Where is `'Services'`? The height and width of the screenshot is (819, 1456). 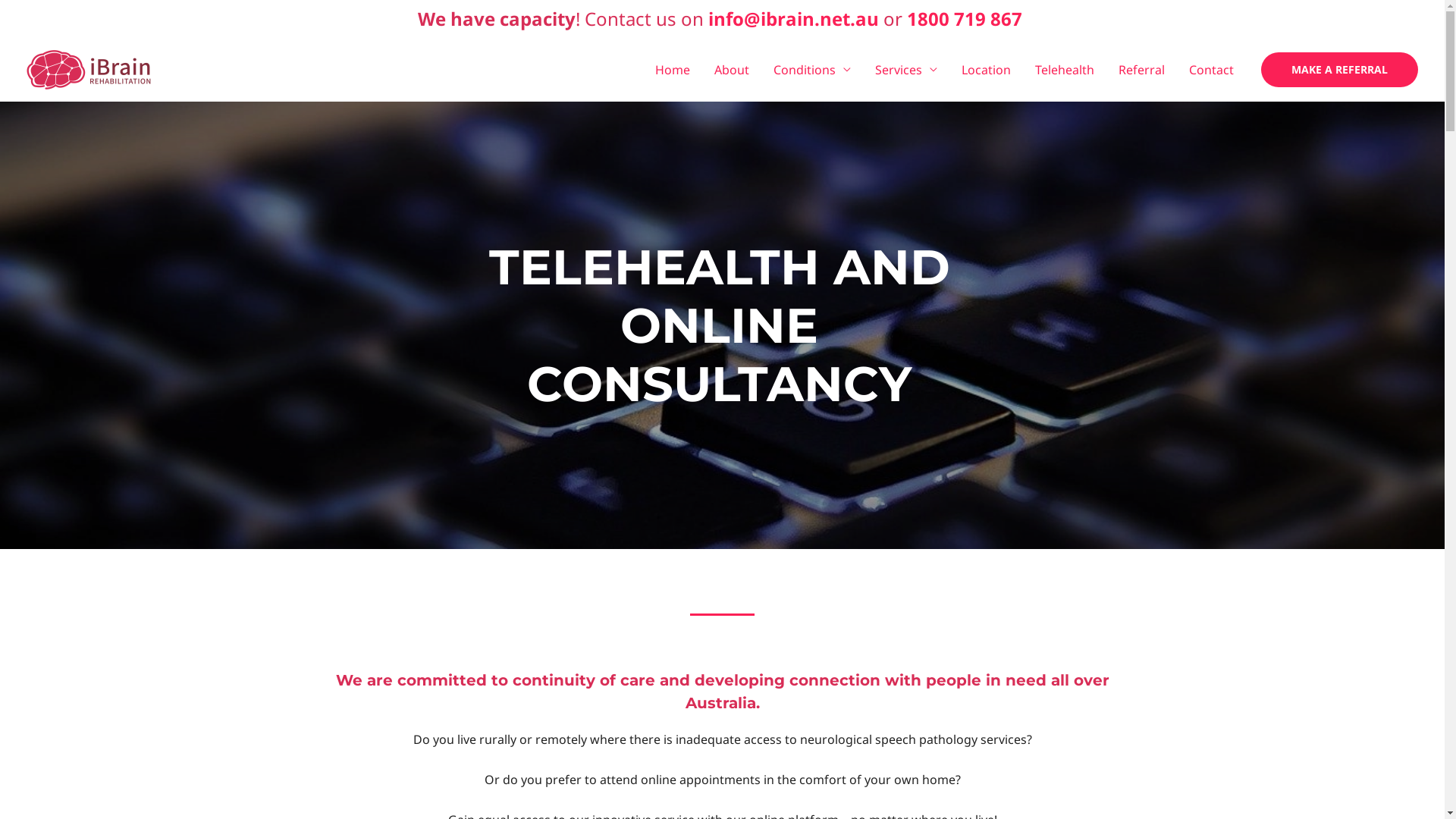 'Services' is located at coordinates (906, 70).